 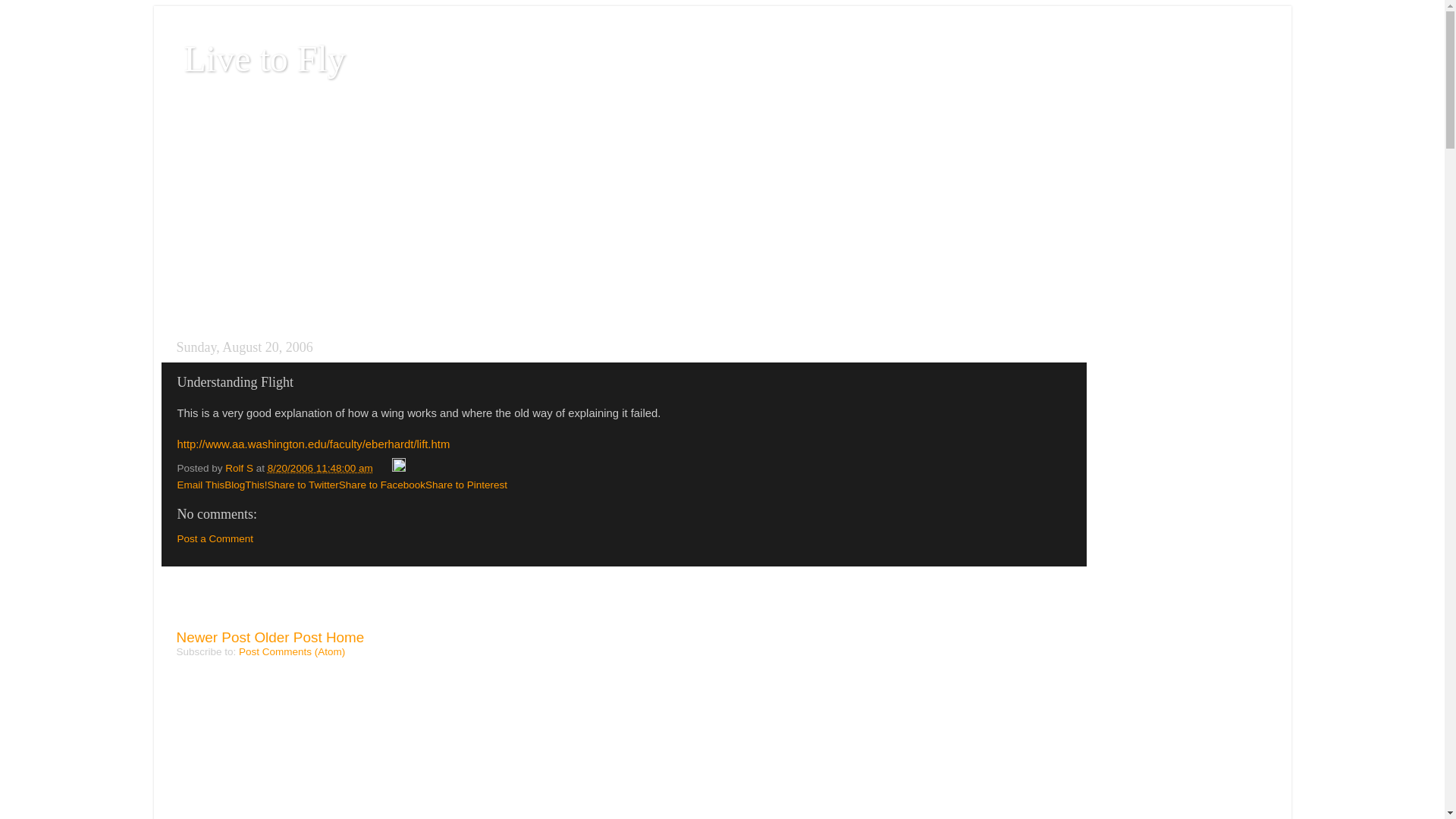 What do you see at coordinates (240, 467) in the screenshot?
I see `'Rolf S'` at bounding box center [240, 467].